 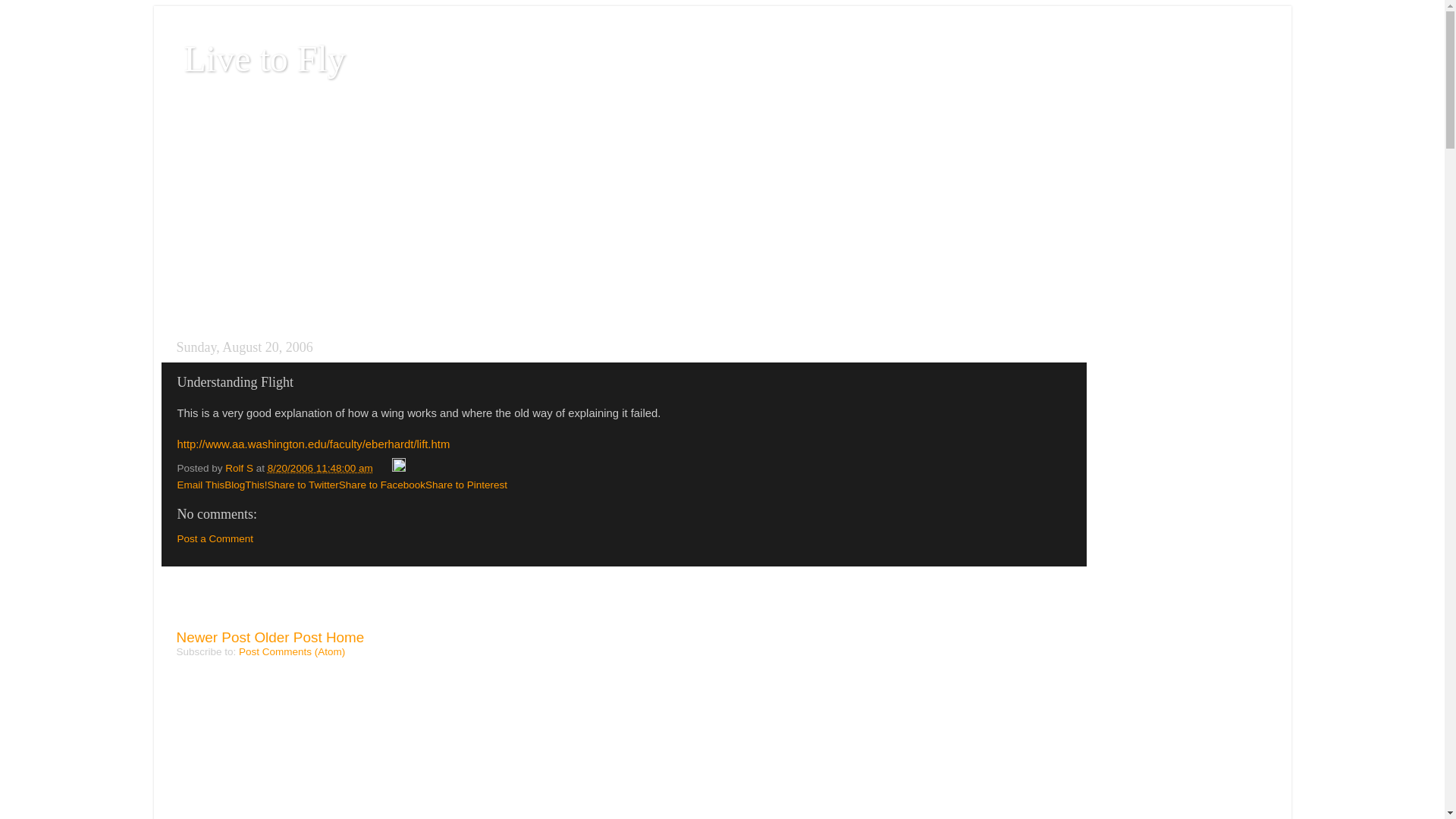 What do you see at coordinates (240, 467) in the screenshot?
I see `'Rolf S'` at bounding box center [240, 467].